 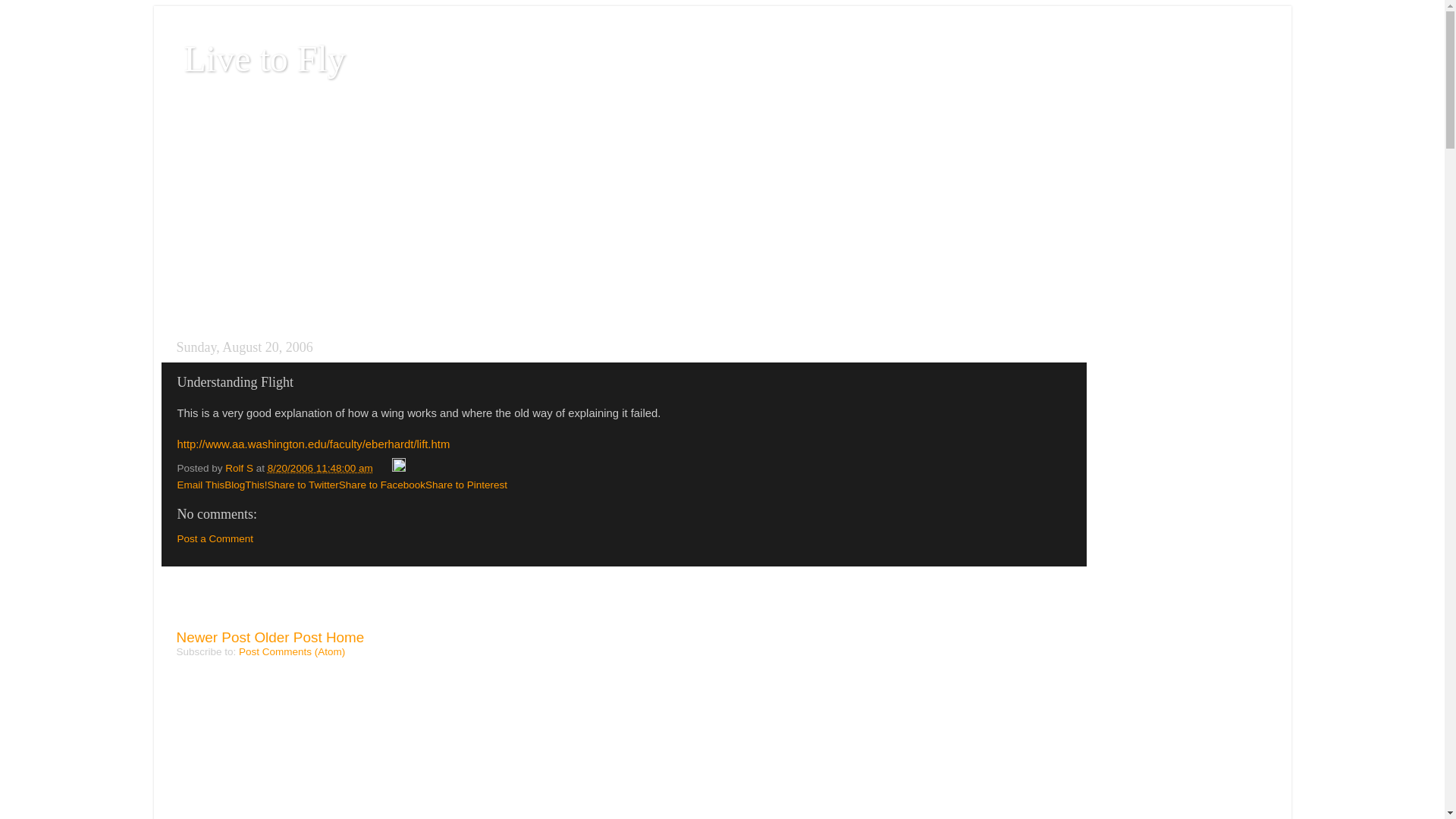 What do you see at coordinates (240, 467) in the screenshot?
I see `'Rolf S'` at bounding box center [240, 467].